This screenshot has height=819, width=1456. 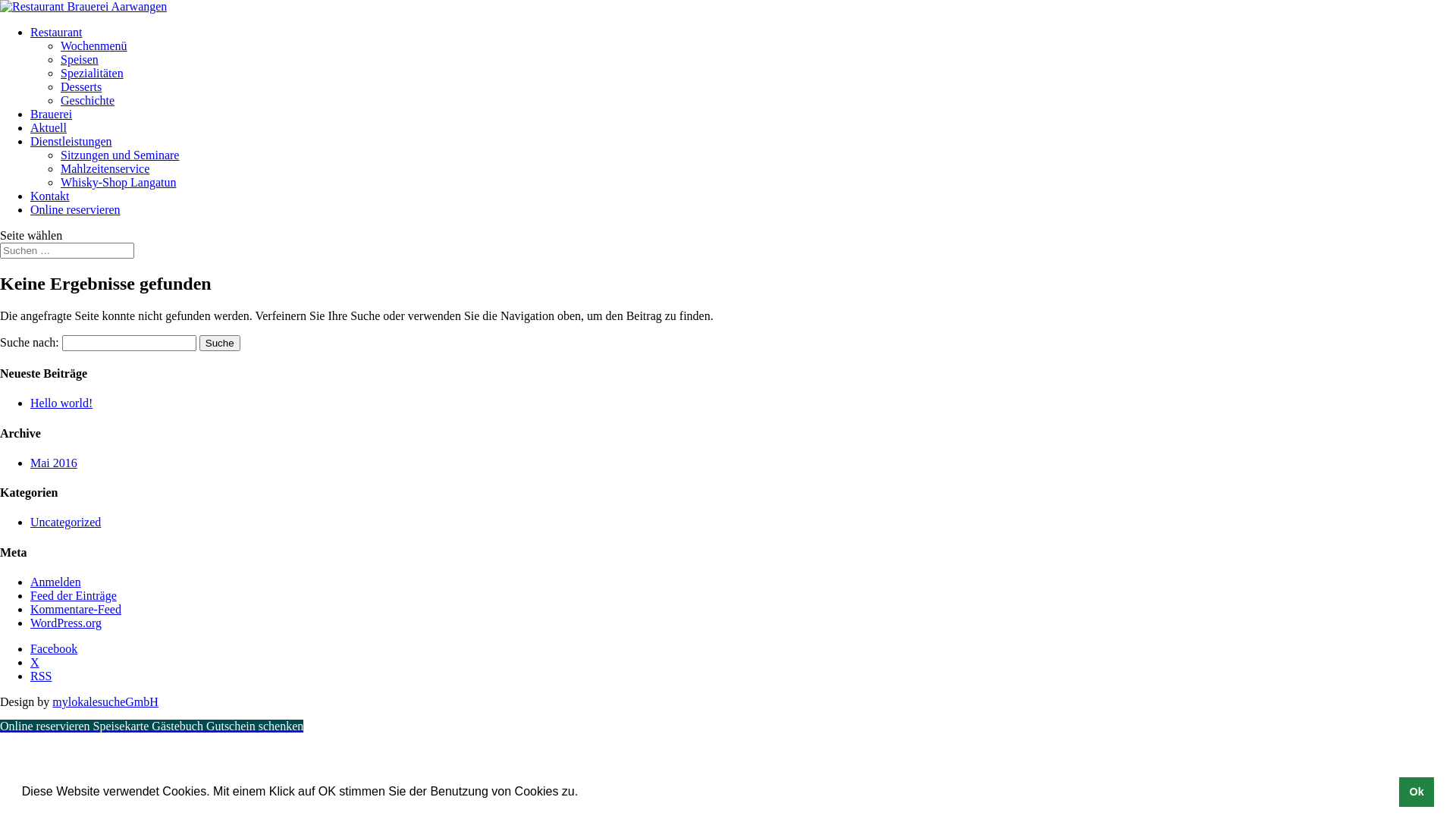 What do you see at coordinates (1415, 791) in the screenshot?
I see `'Ok'` at bounding box center [1415, 791].